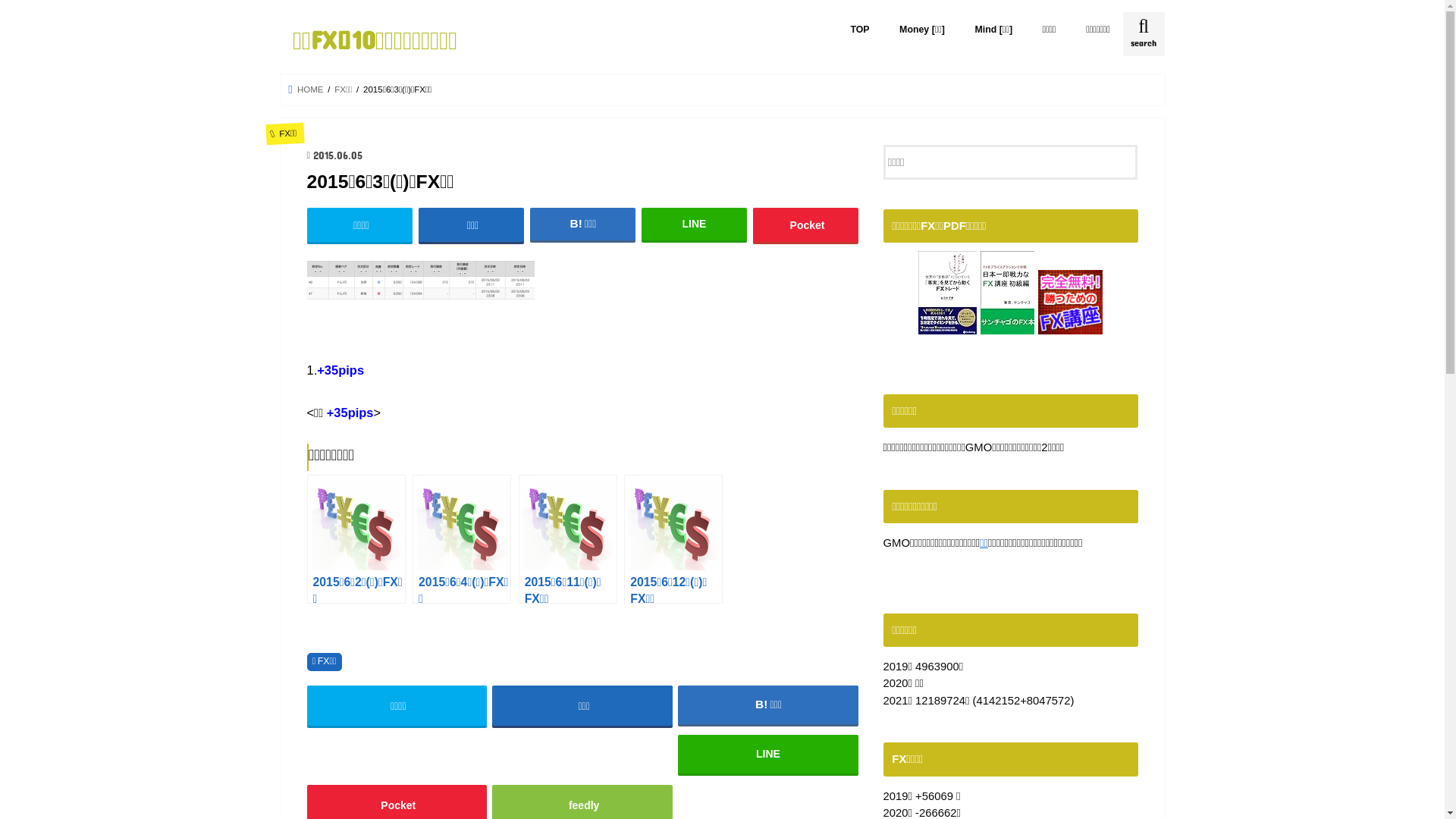  I want to click on 'HOME', so click(305, 89).